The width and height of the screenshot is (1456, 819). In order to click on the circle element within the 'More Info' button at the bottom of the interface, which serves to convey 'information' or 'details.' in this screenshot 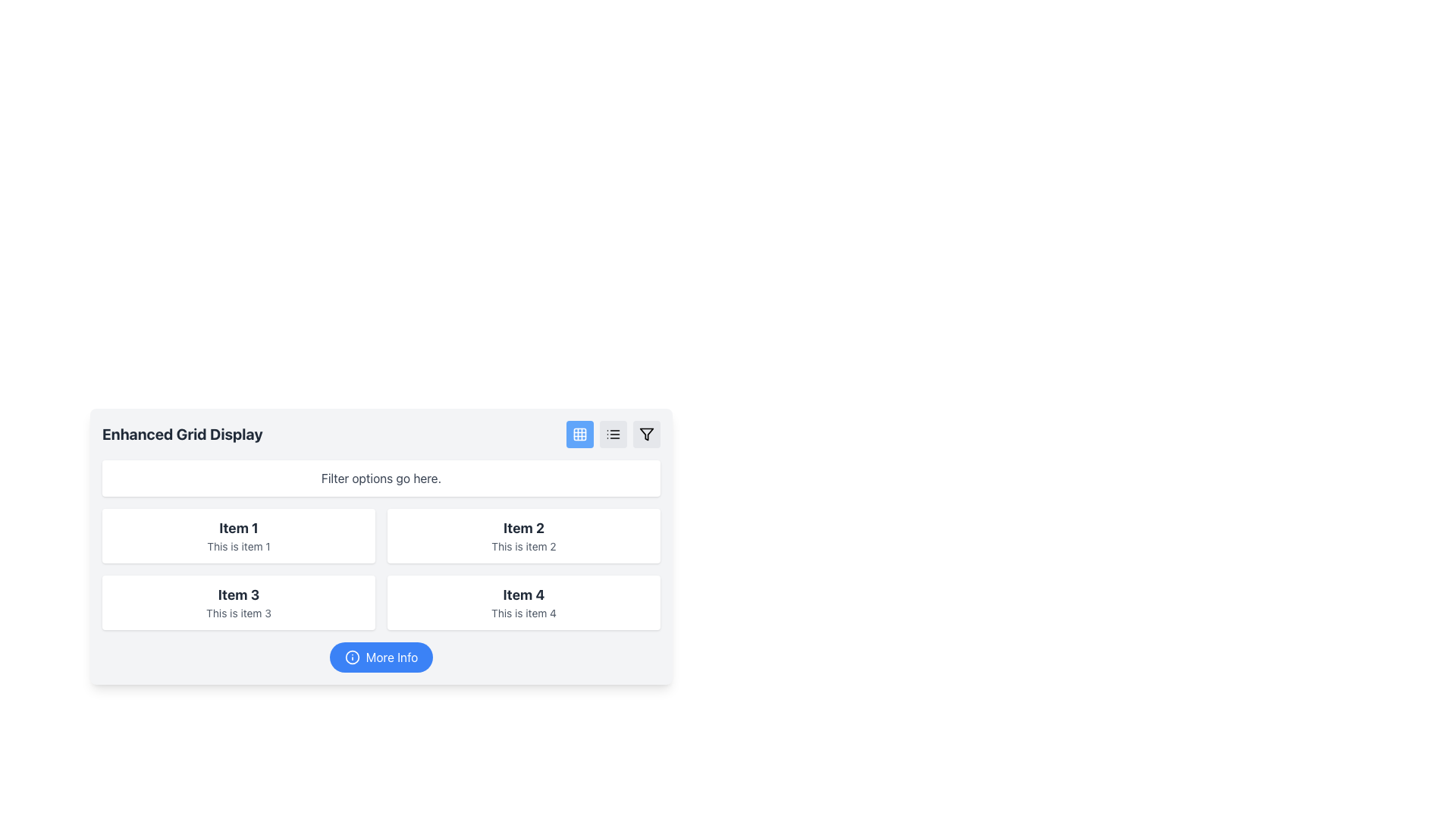, I will do `click(351, 657)`.